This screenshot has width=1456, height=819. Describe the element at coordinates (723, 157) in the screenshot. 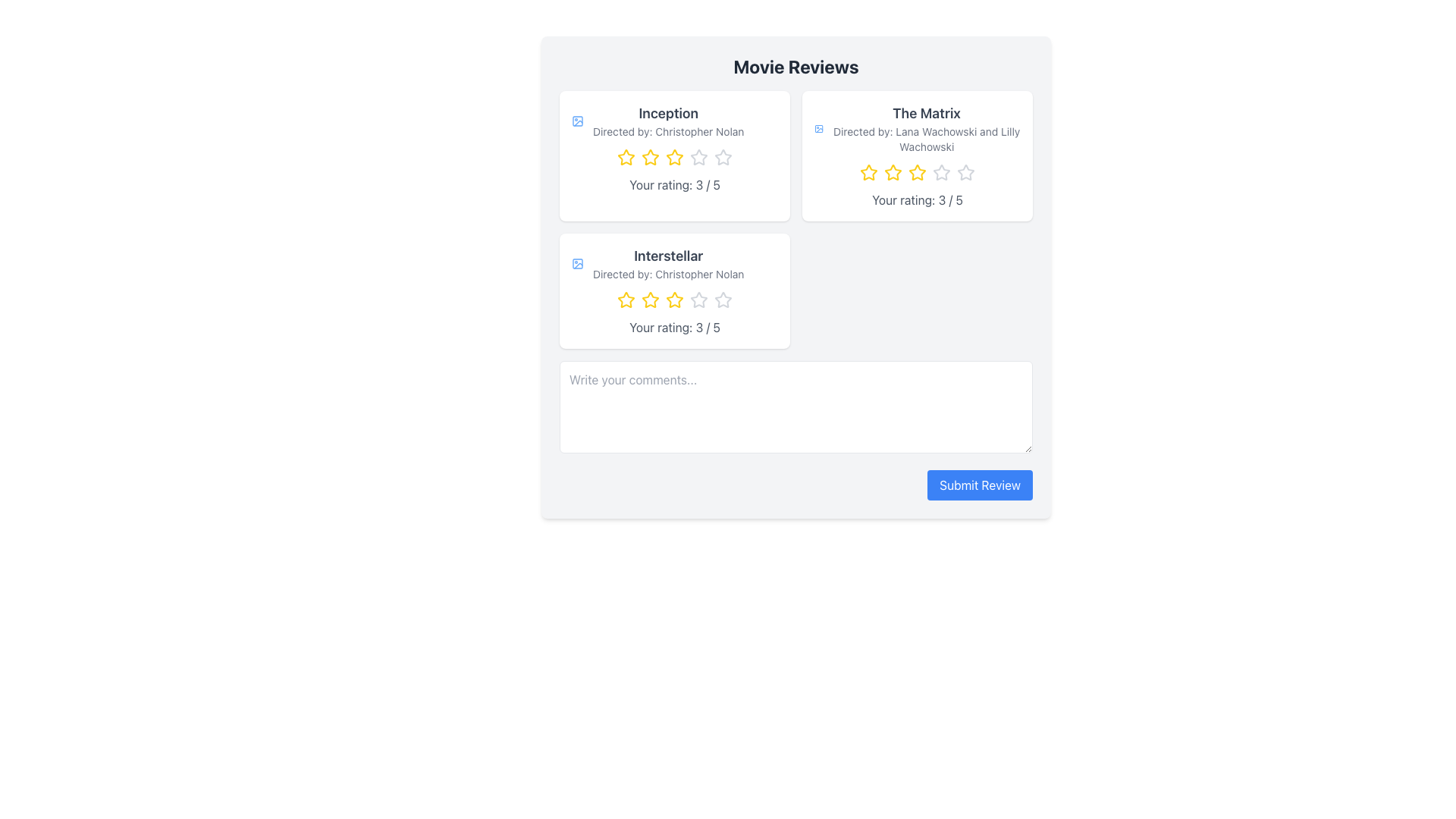

I see `the fourth star icon in the rating component of the review card titled 'Inception'` at that location.